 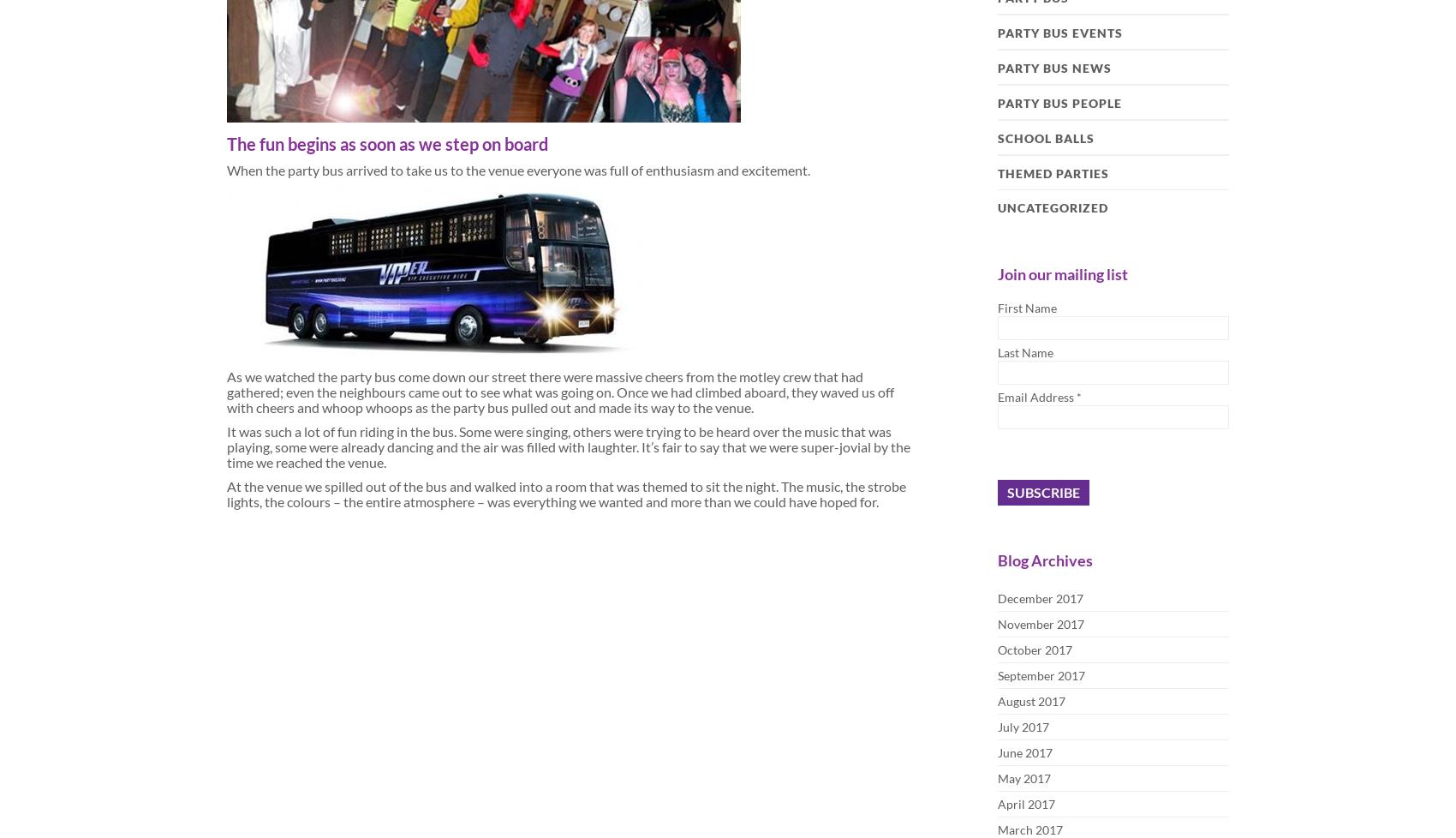 What do you see at coordinates (1036, 396) in the screenshot?
I see `'Email Address'` at bounding box center [1036, 396].